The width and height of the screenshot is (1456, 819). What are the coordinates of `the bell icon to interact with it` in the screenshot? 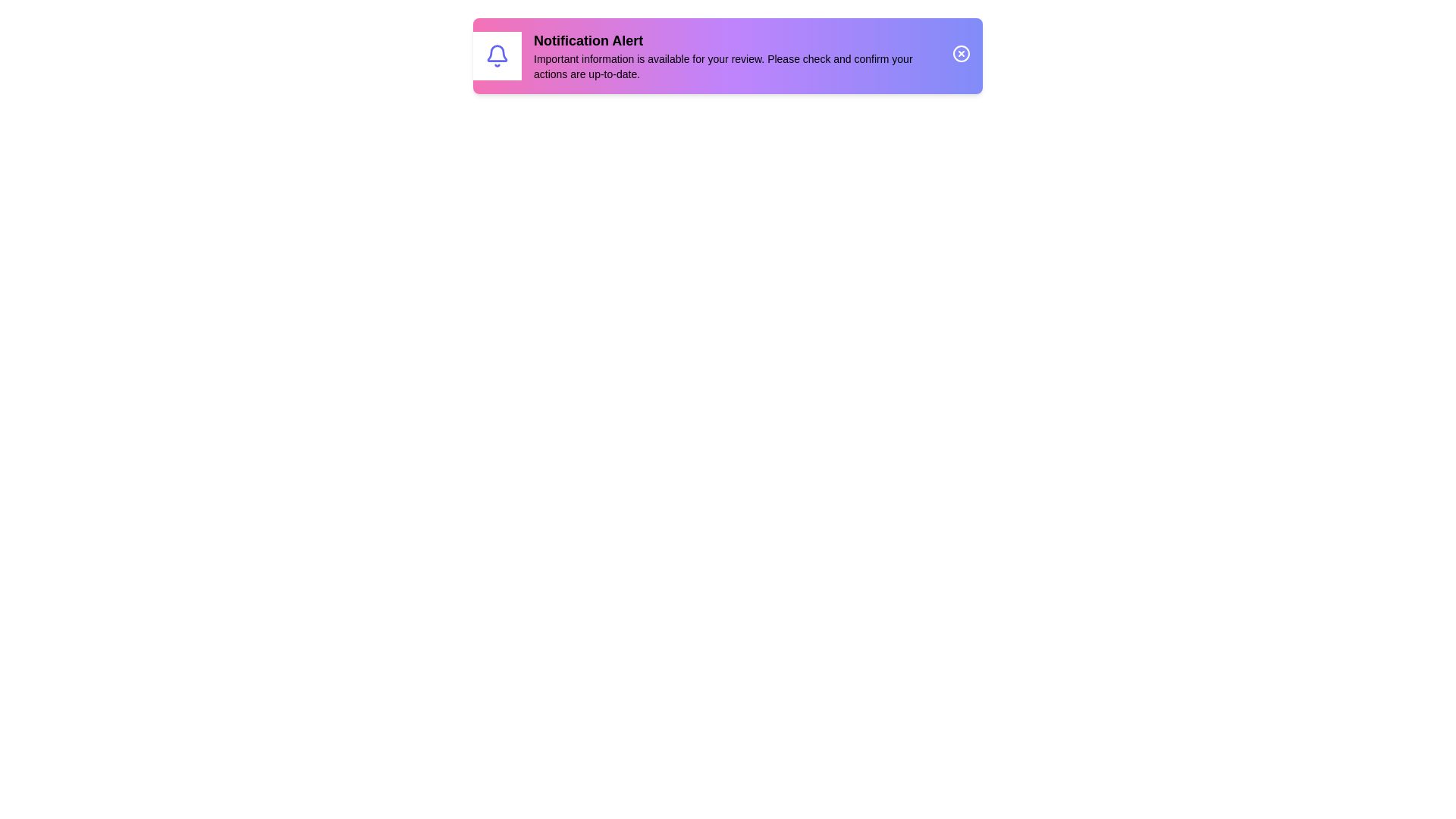 It's located at (497, 55).